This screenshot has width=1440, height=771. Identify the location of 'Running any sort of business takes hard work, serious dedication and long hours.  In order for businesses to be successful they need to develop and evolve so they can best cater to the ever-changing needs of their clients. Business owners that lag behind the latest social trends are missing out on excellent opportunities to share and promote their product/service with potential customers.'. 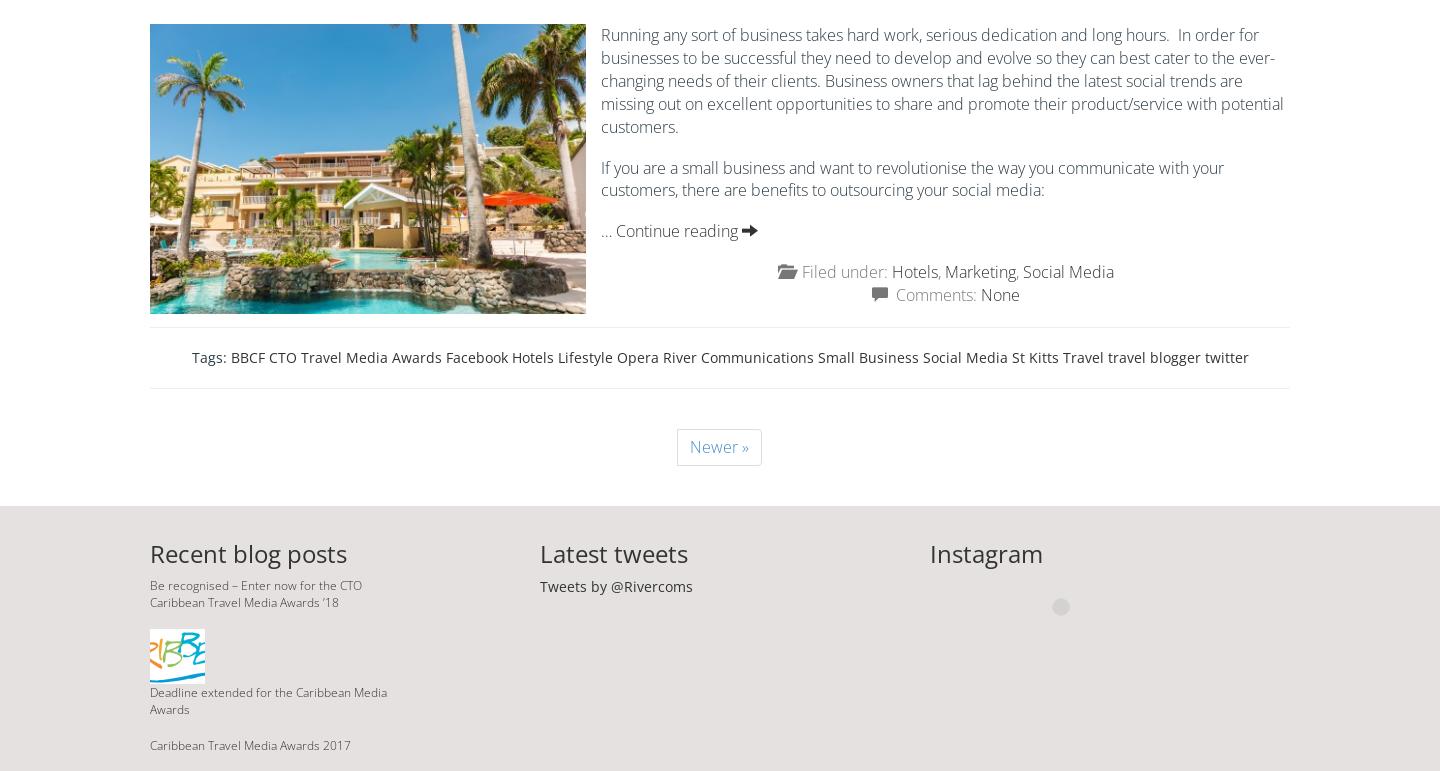
(942, 80).